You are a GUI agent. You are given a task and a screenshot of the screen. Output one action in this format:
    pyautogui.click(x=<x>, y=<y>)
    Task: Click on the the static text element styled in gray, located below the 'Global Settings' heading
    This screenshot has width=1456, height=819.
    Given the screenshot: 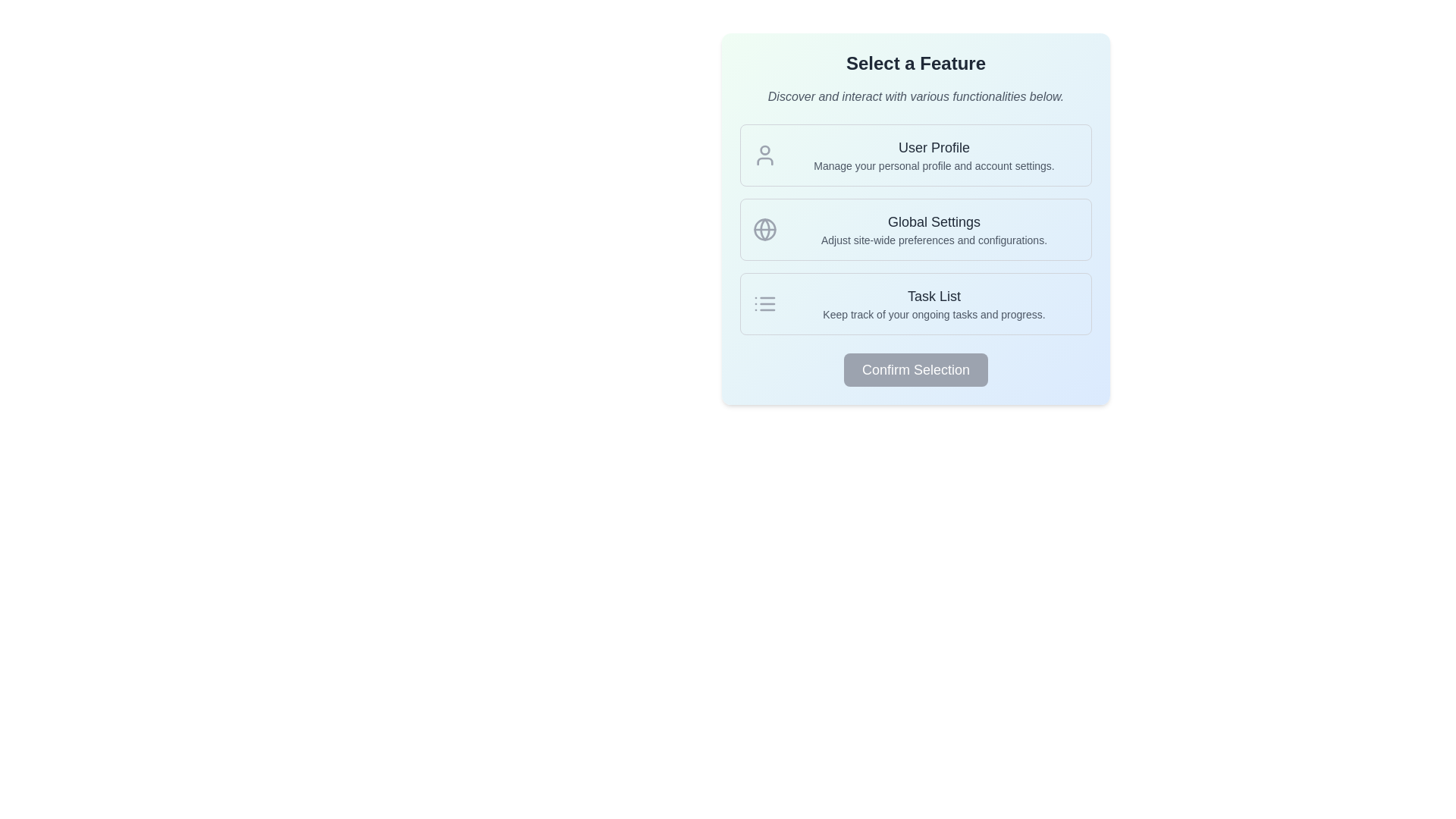 What is the action you would take?
    pyautogui.click(x=934, y=239)
    